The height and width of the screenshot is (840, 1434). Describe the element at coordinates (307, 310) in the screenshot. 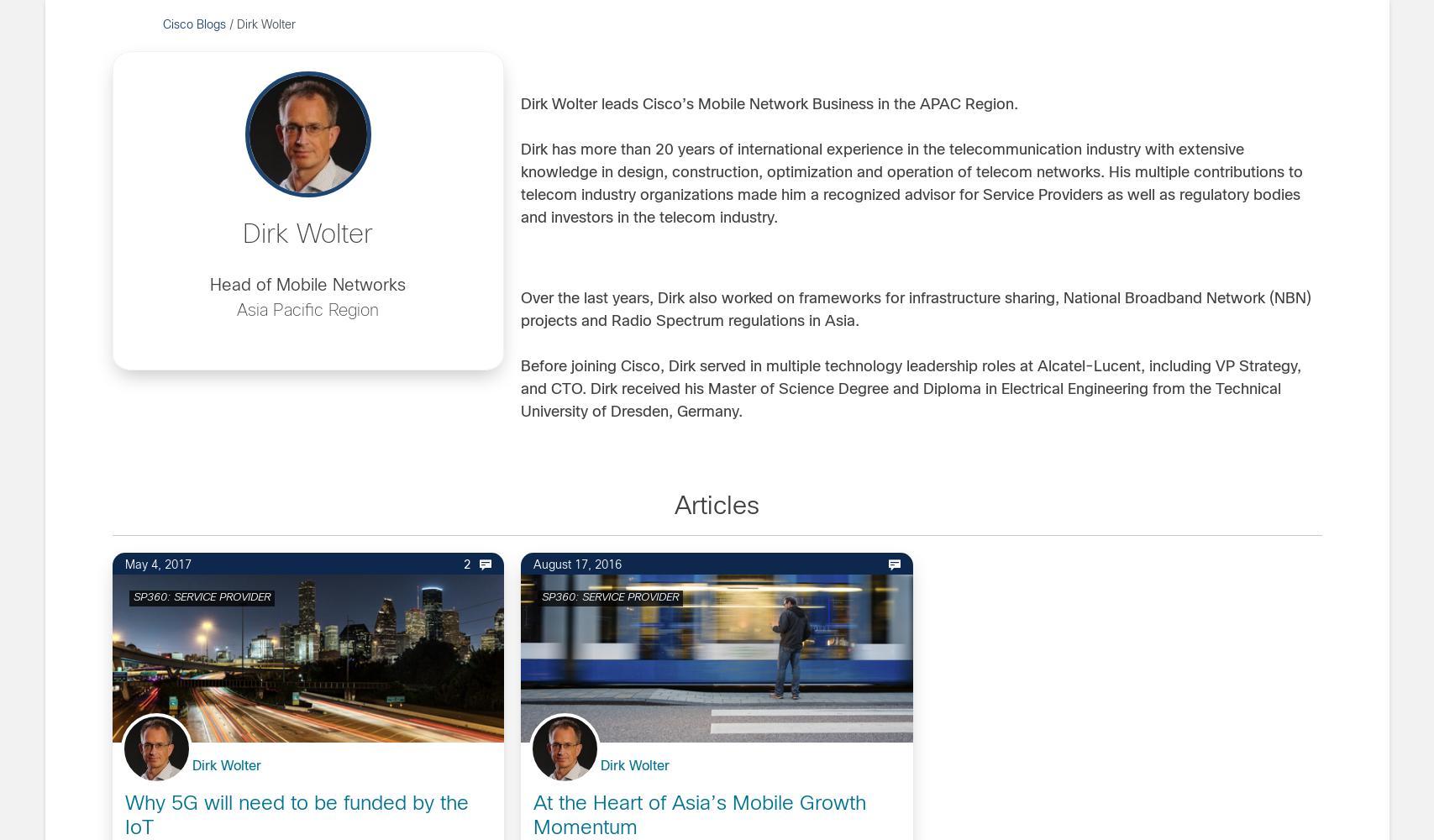

I see `'Asia Pacific Region'` at that location.